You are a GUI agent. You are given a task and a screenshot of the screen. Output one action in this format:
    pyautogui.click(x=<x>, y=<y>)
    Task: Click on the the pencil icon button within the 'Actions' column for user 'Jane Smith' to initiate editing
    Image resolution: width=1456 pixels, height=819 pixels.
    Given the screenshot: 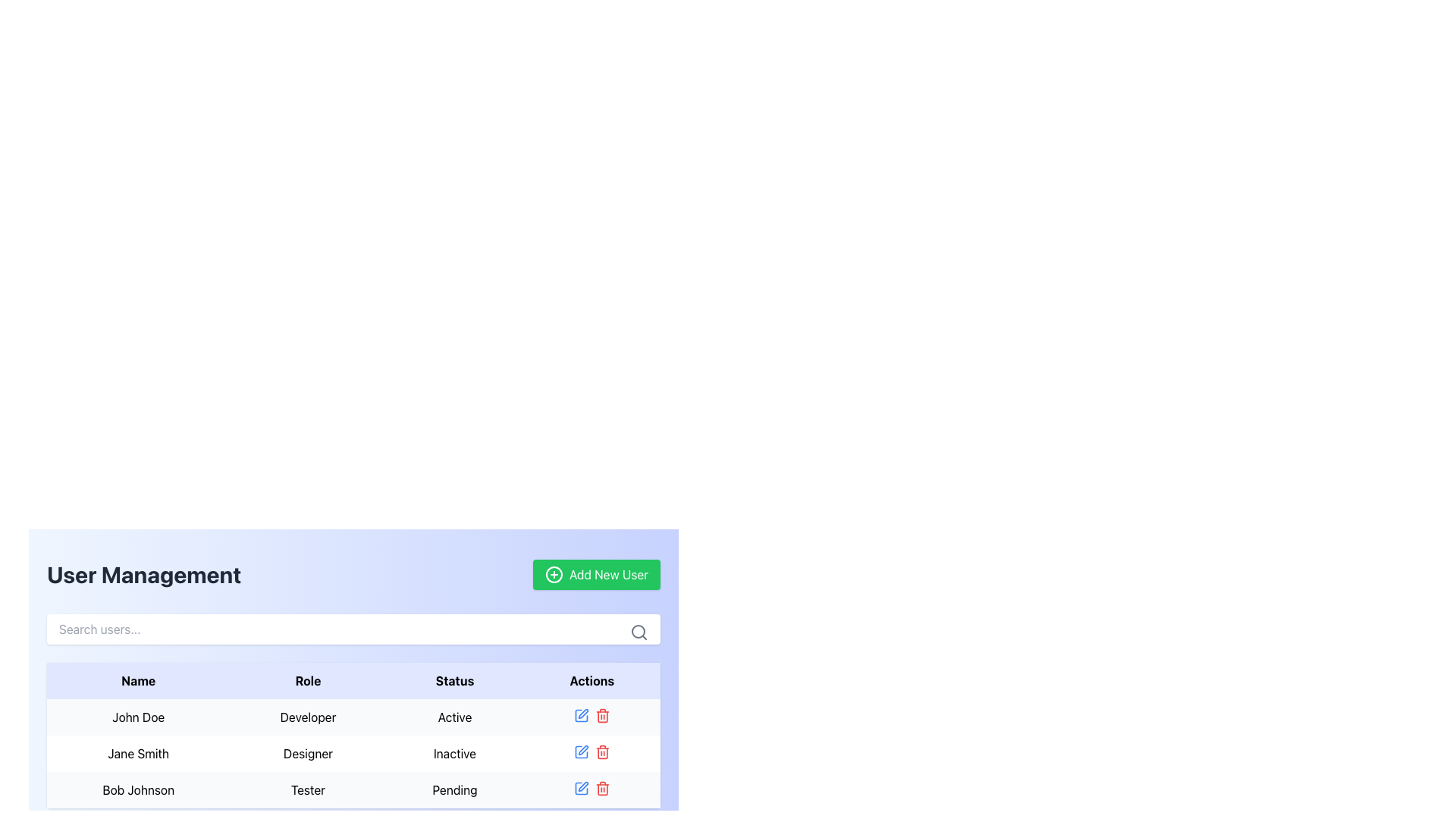 What is the action you would take?
    pyautogui.click(x=580, y=752)
    